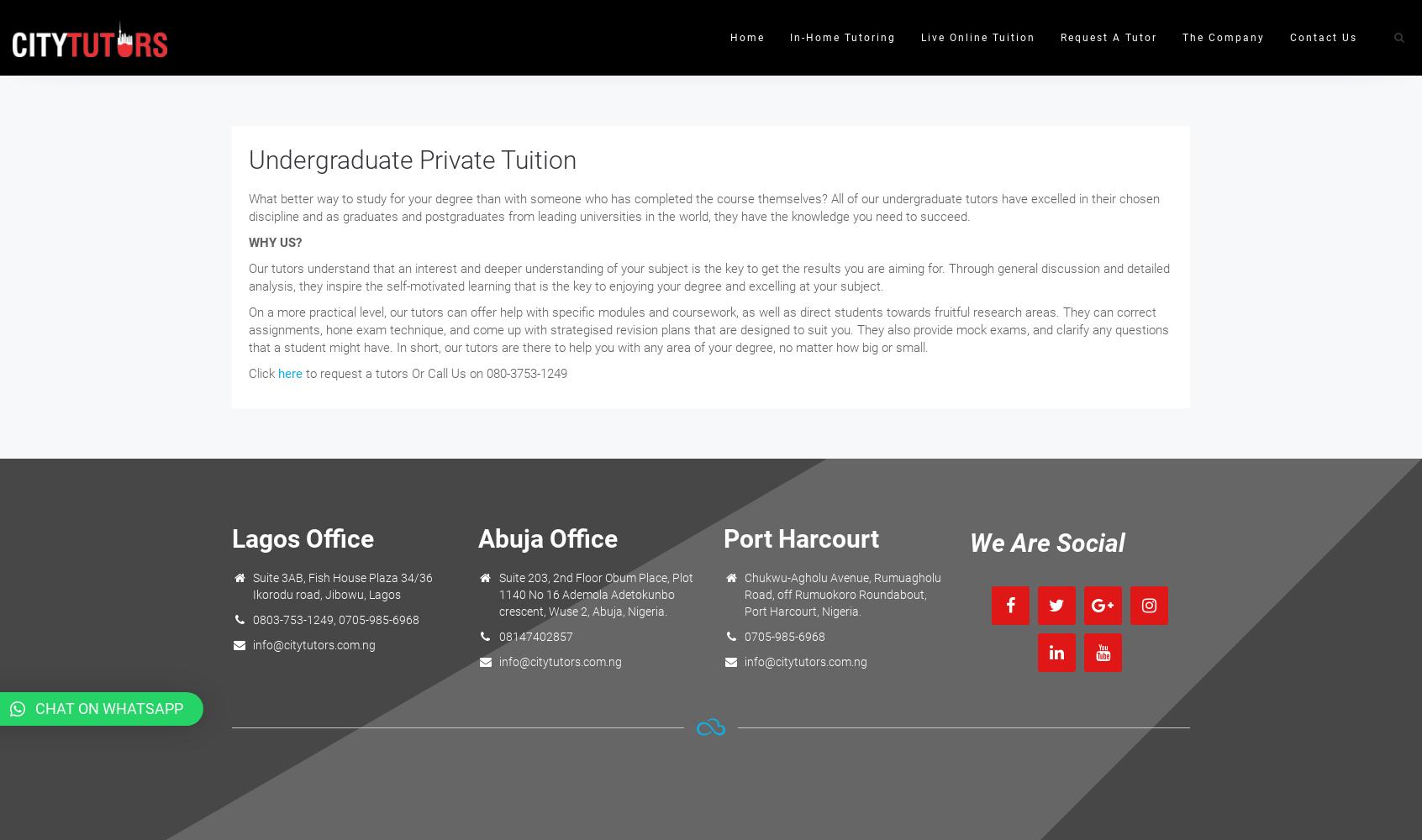 The image size is (1422, 840). What do you see at coordinates (247, 330) in the screenshot?
I see `'On a more practical level, our tutors can offer help with specific modules and coursework, as well as direct students towards fruitful research areas. They can correct assignments, hone exam technique, and come up with strategised revision plans that are designed to suit you. They also provide mock exams, and clarify any questions that a student might have. In short, our tutors are there to help you with any area of your degree, no matter how big or small.'` at bounding box center [247, 330].